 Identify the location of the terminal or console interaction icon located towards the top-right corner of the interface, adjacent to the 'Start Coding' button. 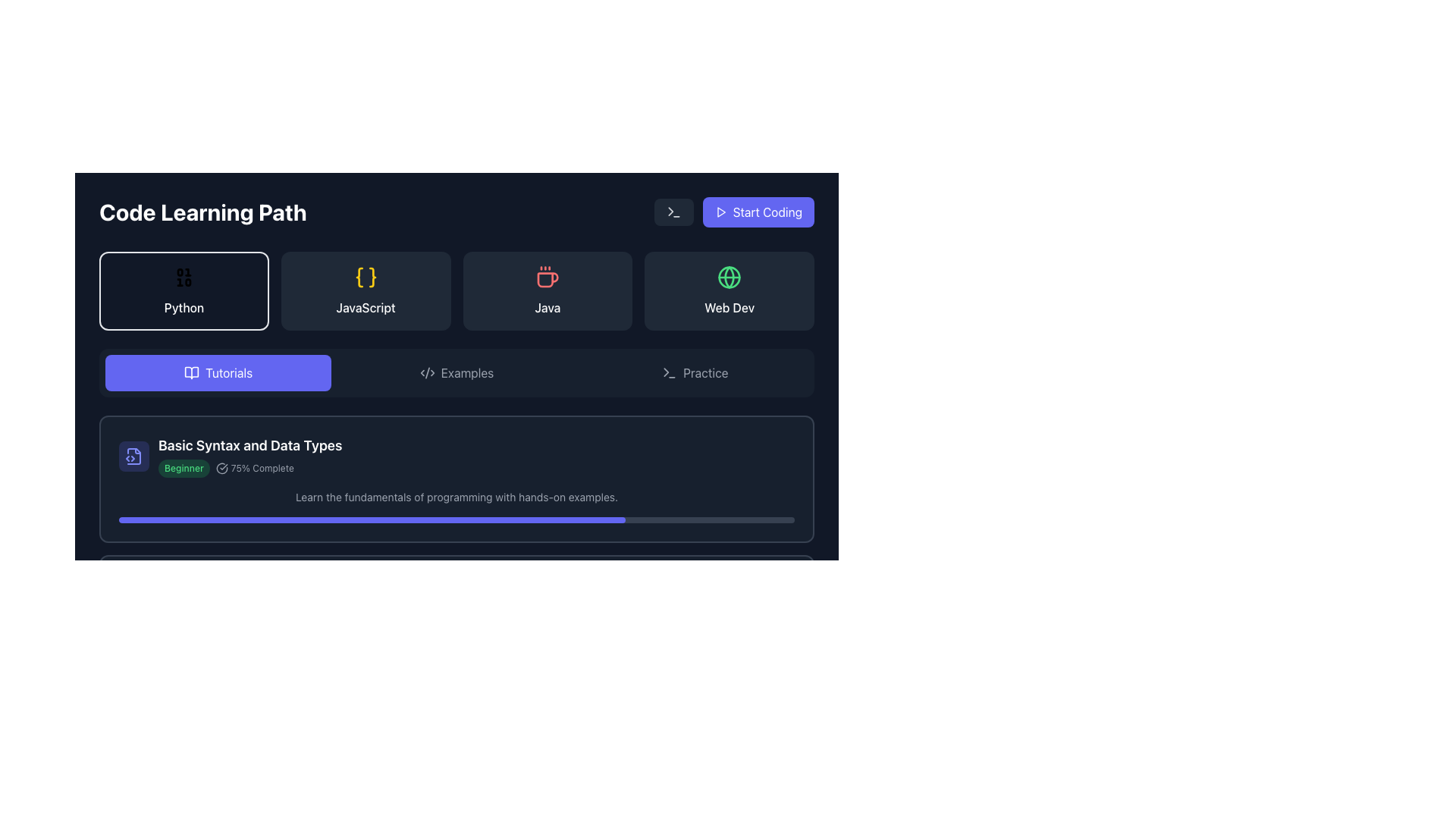
(673, 212).